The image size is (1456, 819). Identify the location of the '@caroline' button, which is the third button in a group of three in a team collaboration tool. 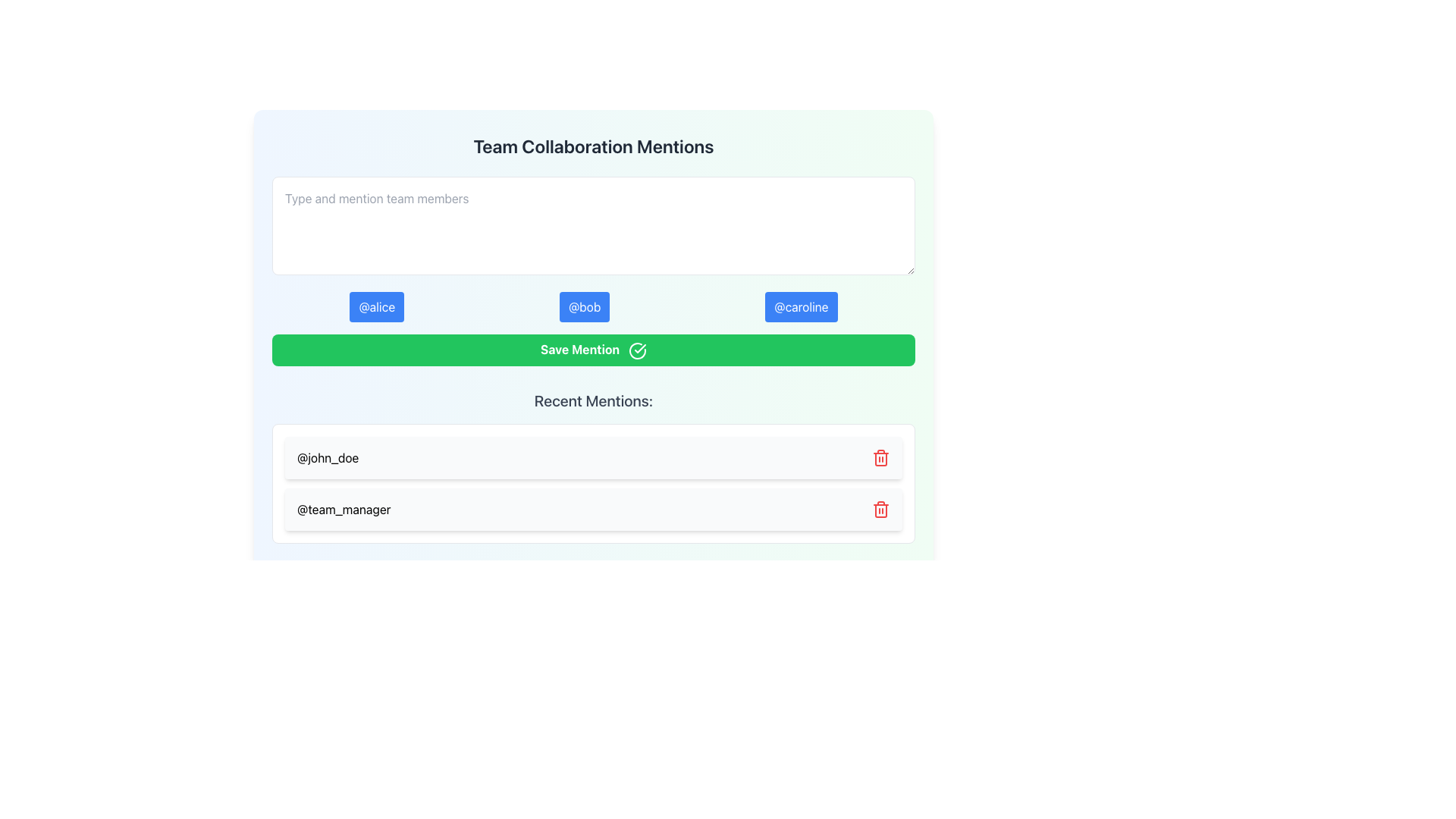
(800, 307).